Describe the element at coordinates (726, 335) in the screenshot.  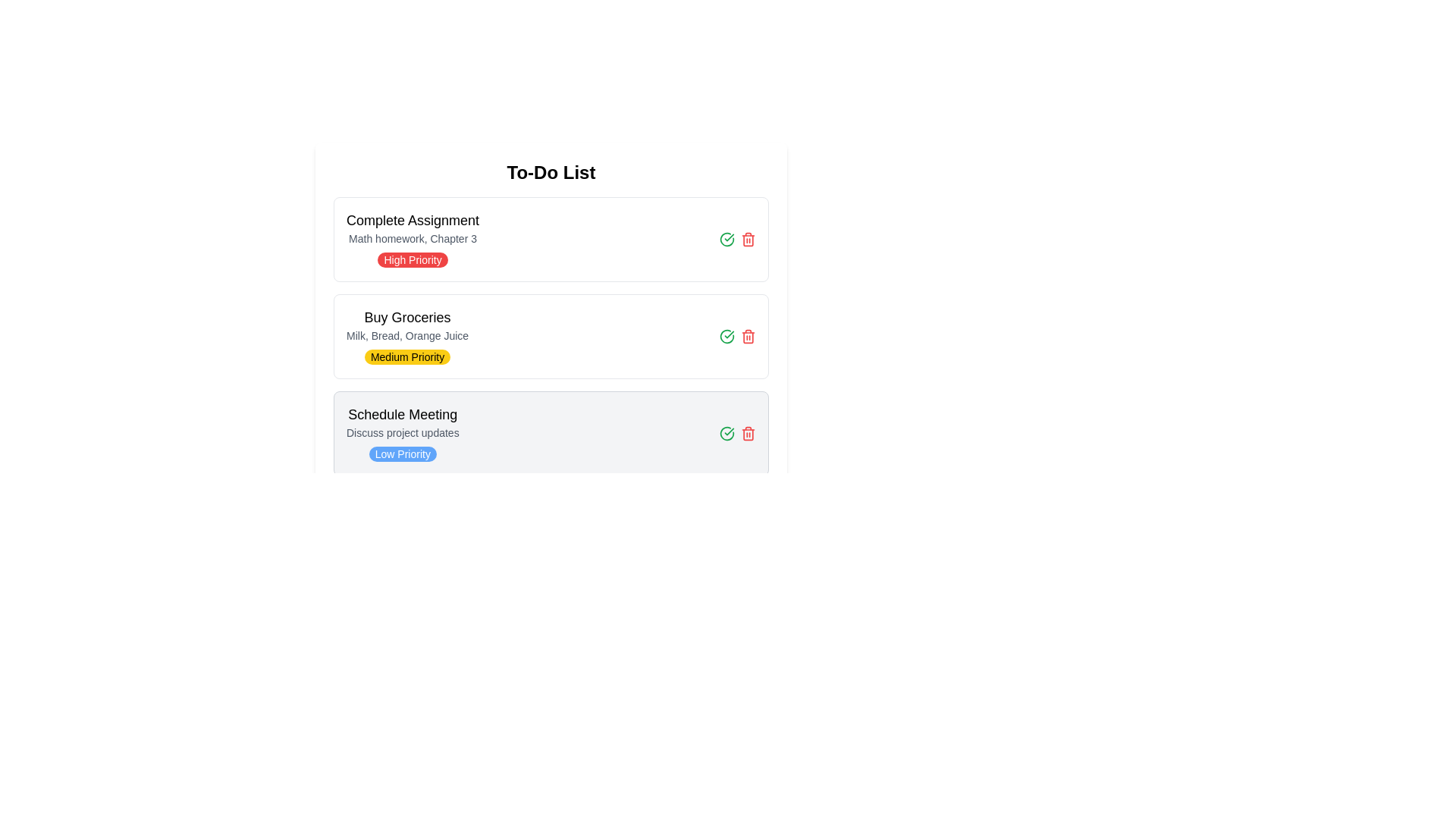
I see `the circular green Completion indicator button with a checkmark, located to the right of the 'Complete Assignment' task, to potentially display additional information` at that location.